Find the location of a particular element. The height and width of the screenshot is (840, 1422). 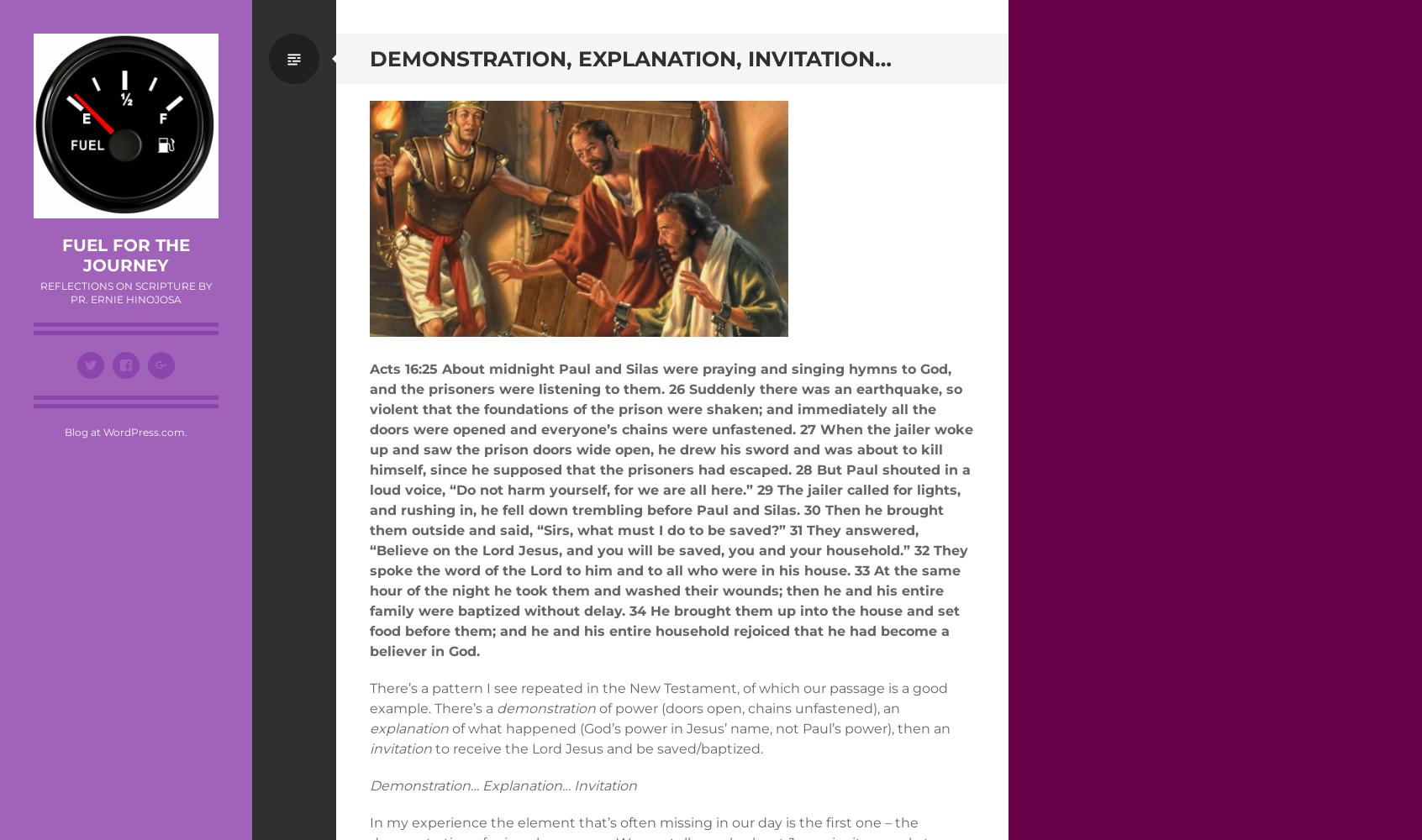

'to receive the Lord Jesus and be saved/baptized.' is located at coordinates (596, 748).